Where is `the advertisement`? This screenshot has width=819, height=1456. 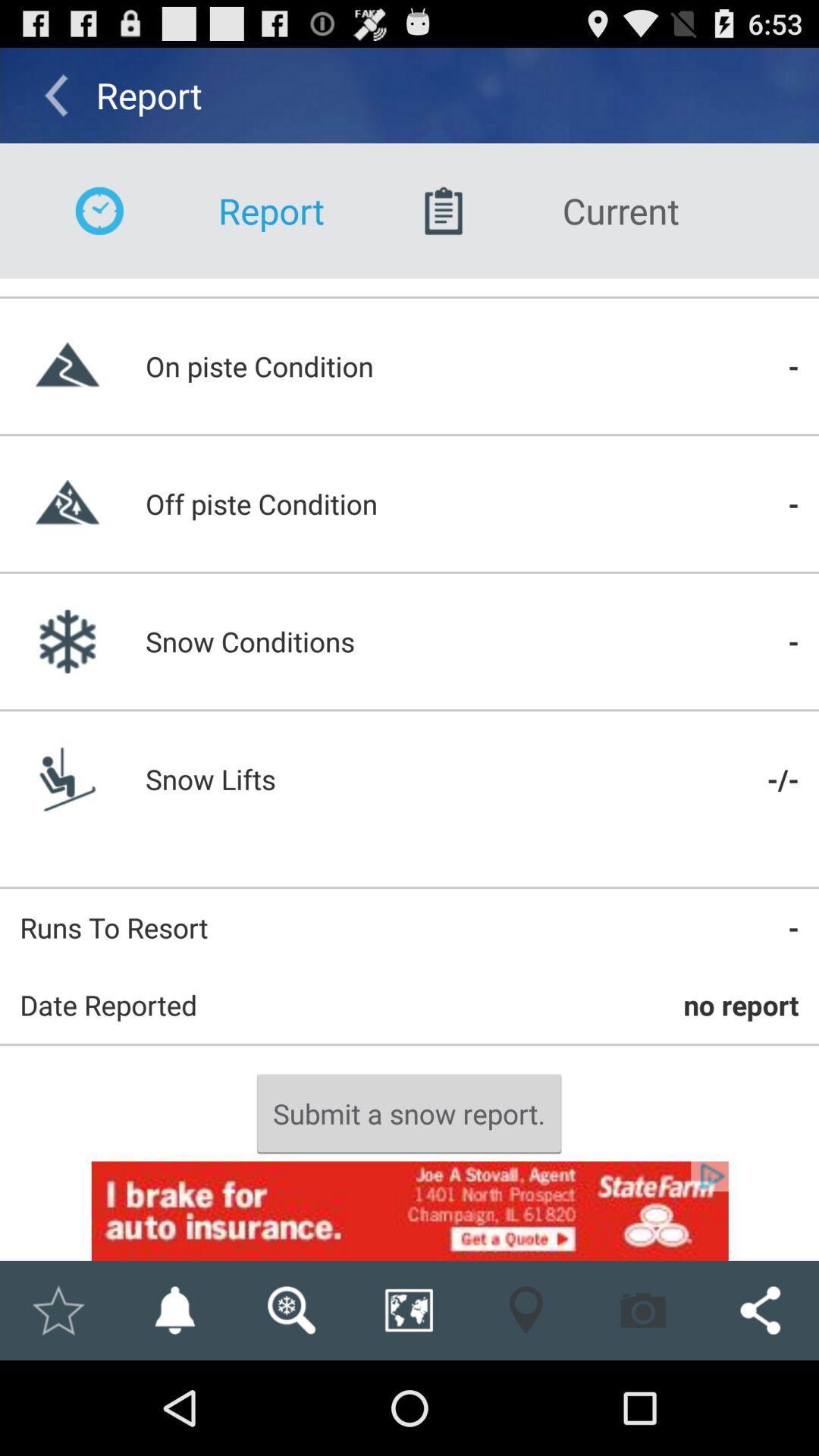 the advertisement is located at coordinates (409, 1210).